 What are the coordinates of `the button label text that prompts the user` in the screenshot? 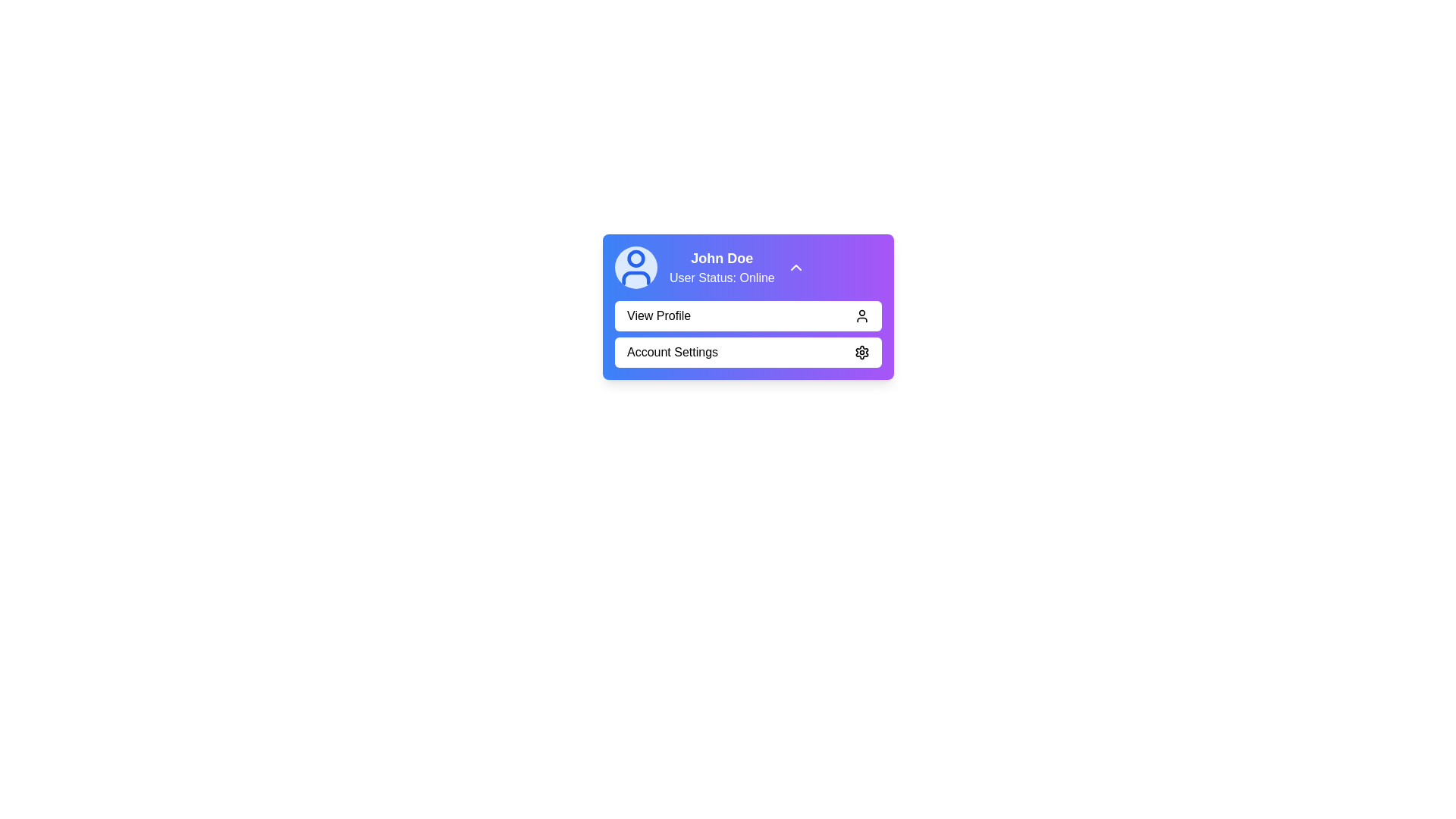 It's located at (659, 315).